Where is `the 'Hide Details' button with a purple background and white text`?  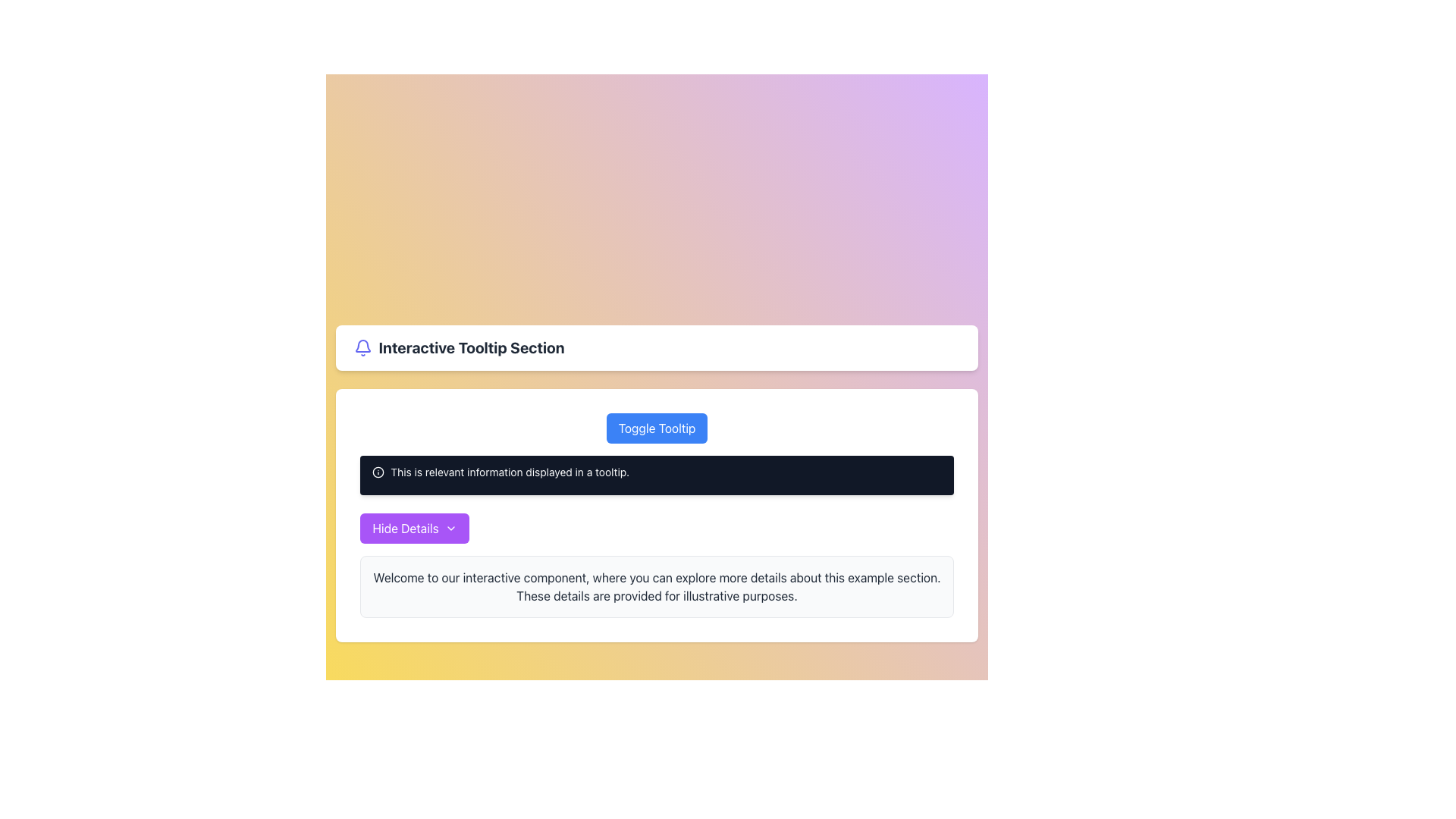 the 'Hide Details' button with a purple background and white text is located at coordinates (415, 528).